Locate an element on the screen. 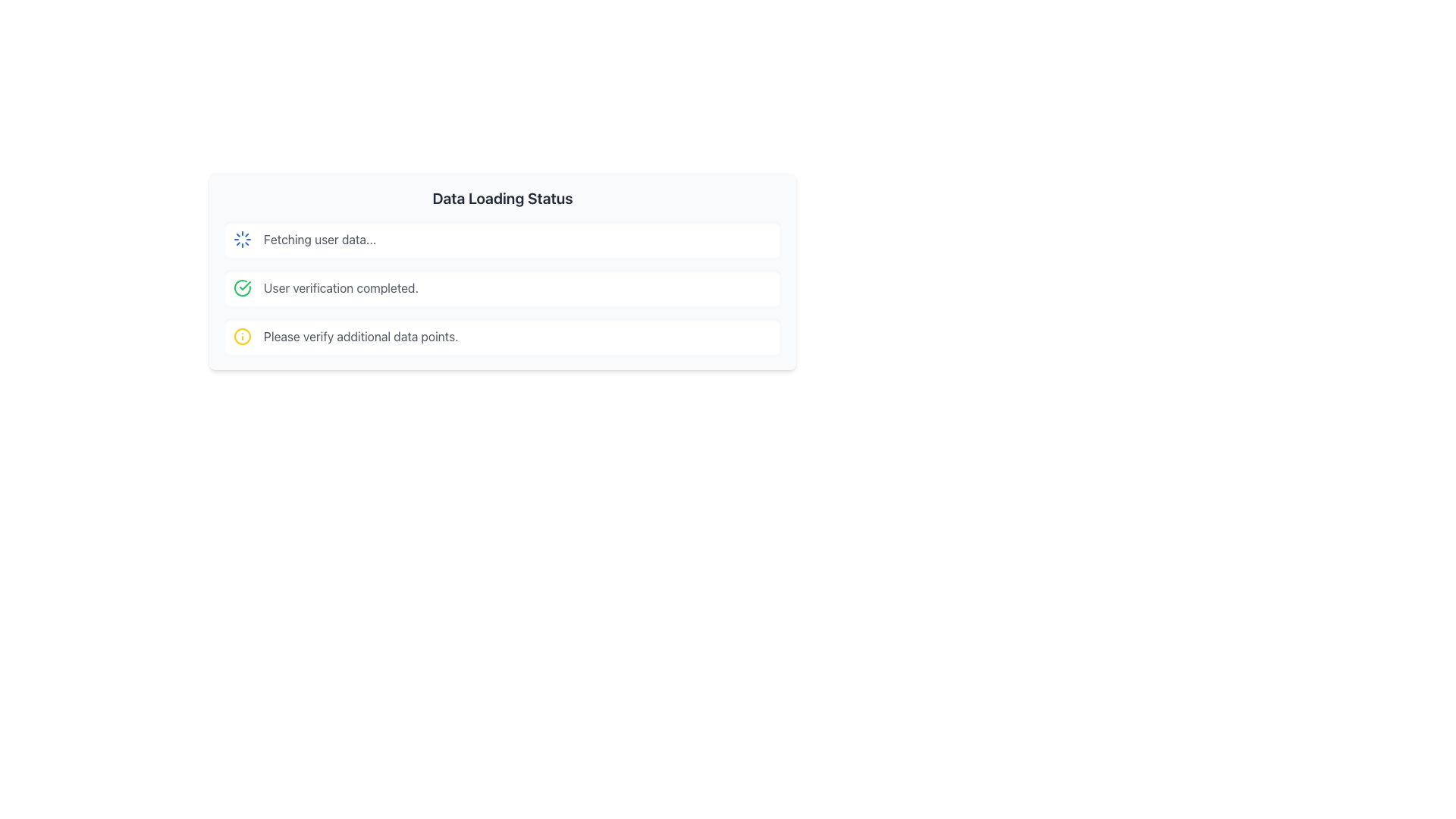  the Spinning loader icon, which is a blue circular animated icon located to the left of the text 'Fetching user data...' is located at coordinates (243, 239).